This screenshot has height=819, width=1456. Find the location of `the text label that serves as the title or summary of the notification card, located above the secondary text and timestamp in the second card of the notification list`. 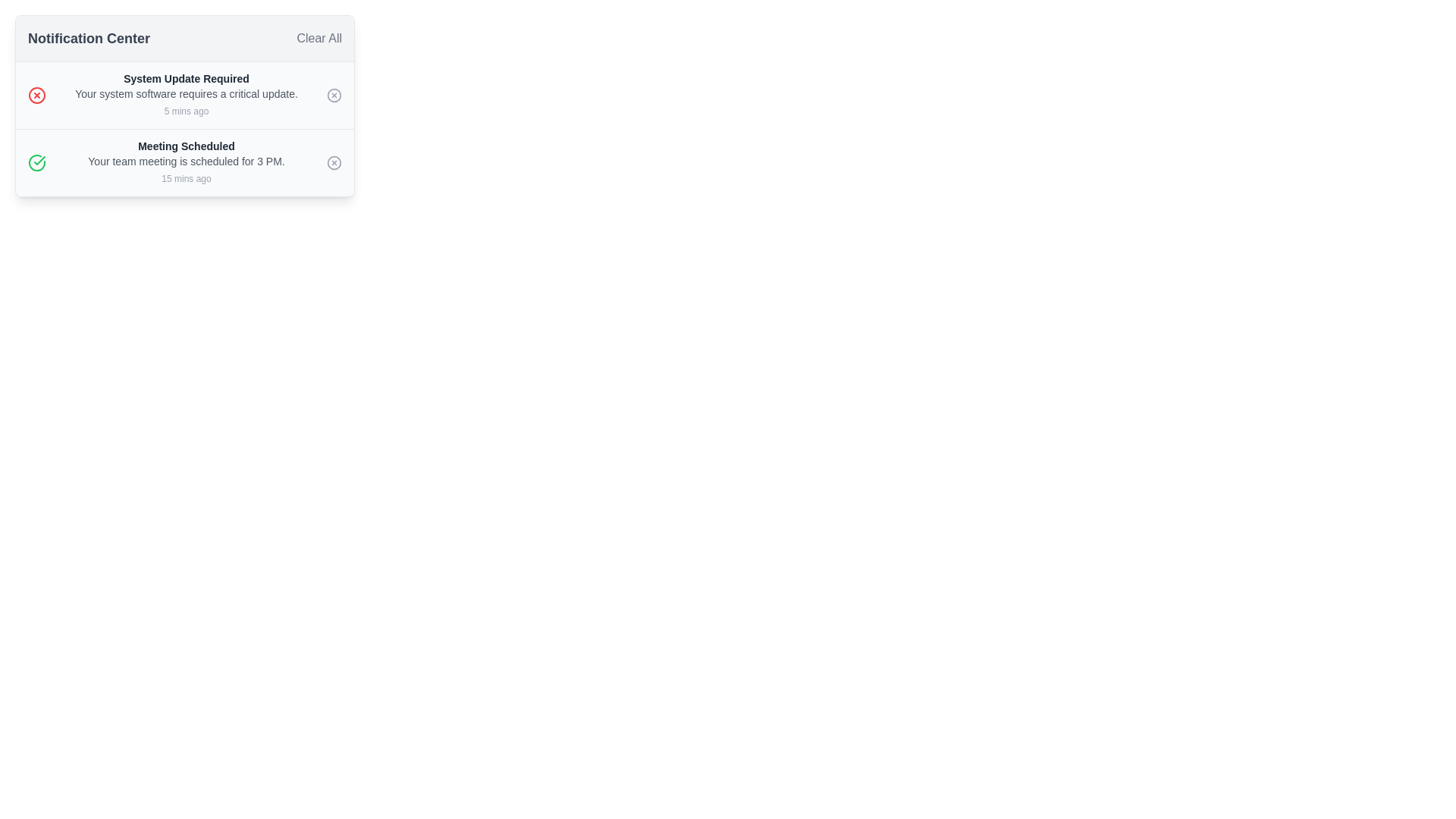

the text label that serves as the title or summary of the notification card, located above the secondary text and timestamp in the second card of the notification list is located at coordinates (185, 146).